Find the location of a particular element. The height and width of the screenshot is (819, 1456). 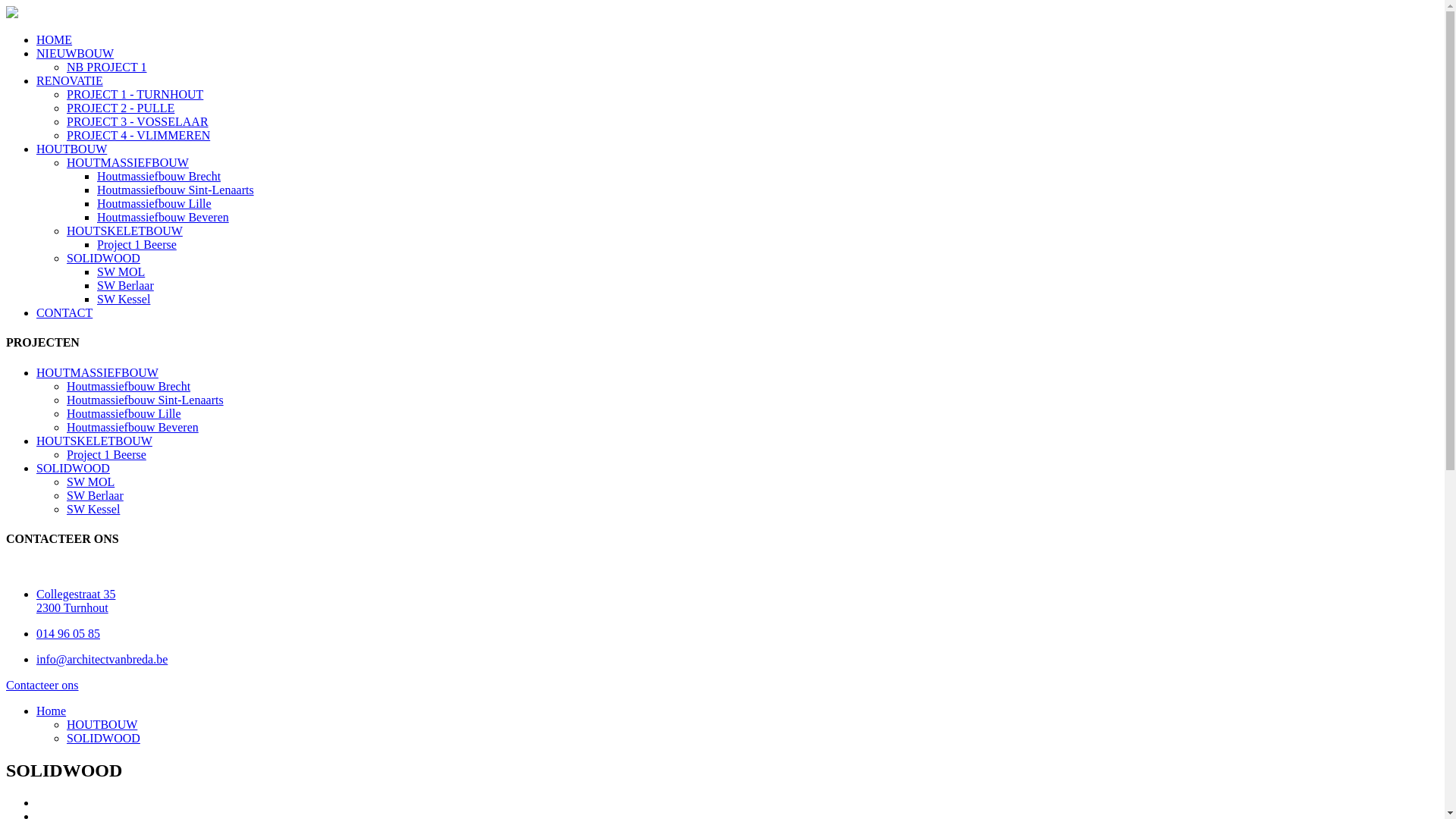

'Houtmassiefbouw Brecht' is located at coordinates (128, 385).